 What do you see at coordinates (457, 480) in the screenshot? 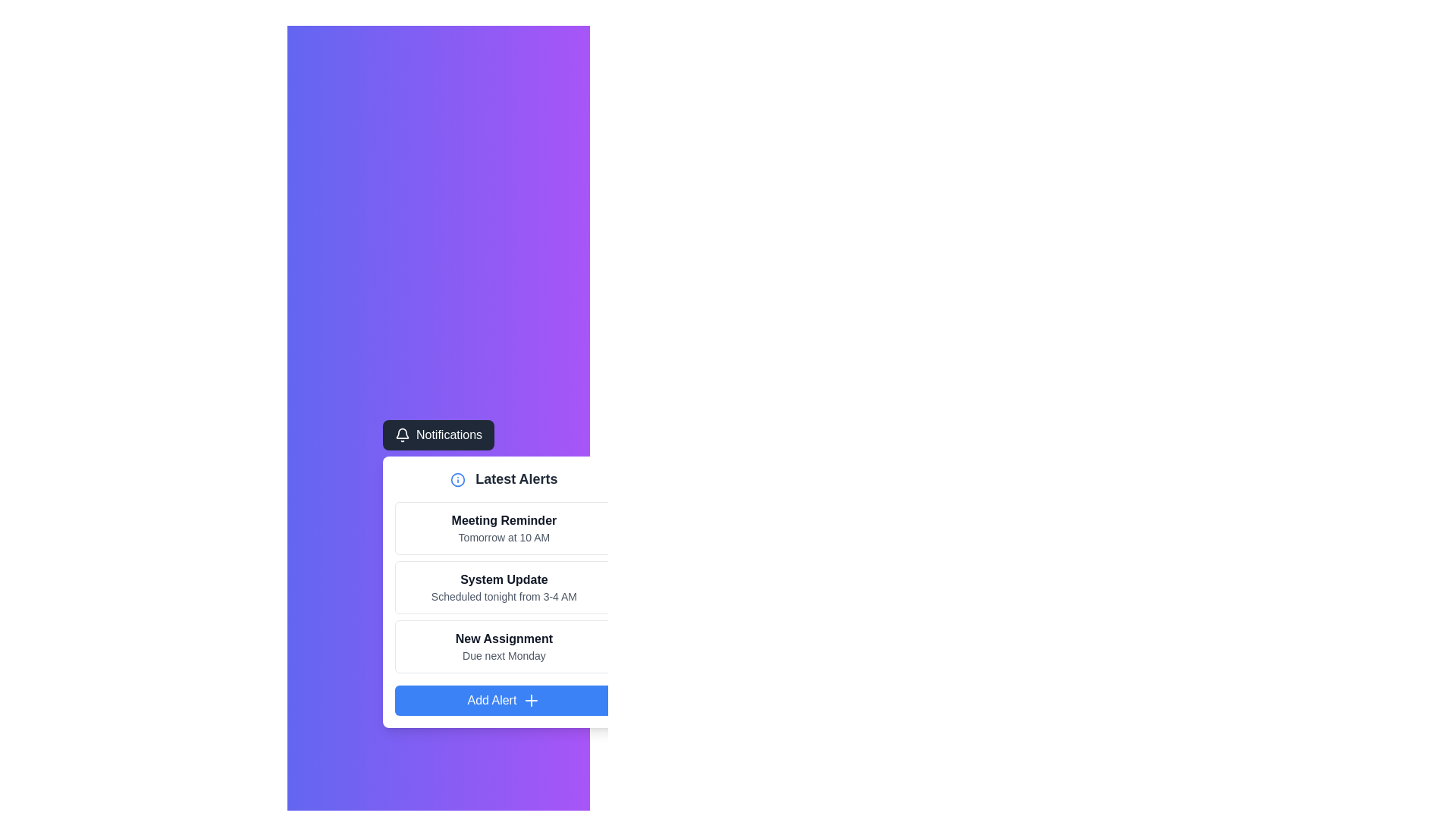
I see `the informational icon located to the left of the 'Latest Alerts' title in the notification panel` at bounding box center [457, 480].